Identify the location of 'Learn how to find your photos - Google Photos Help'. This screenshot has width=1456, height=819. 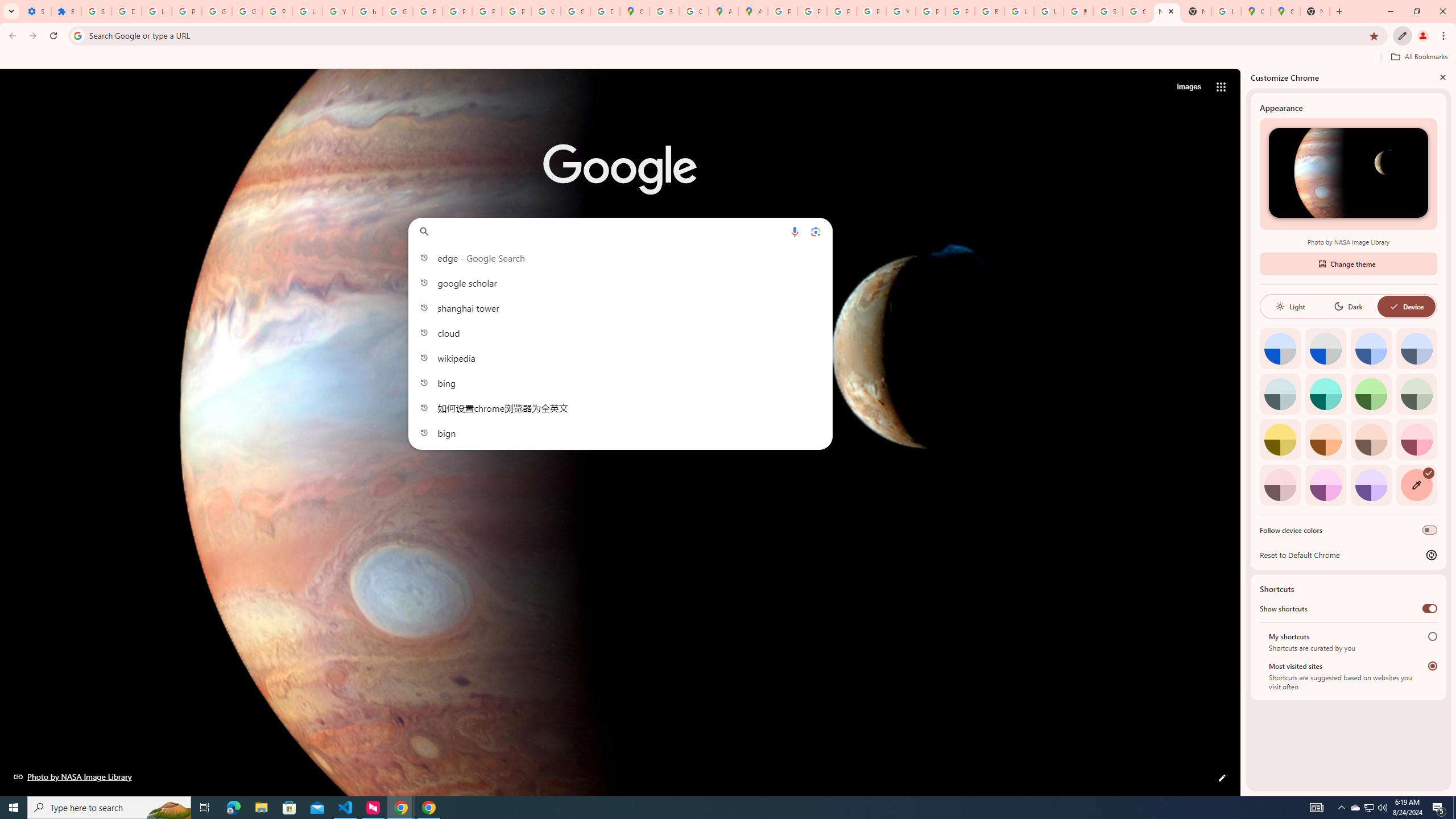
(156, 11).